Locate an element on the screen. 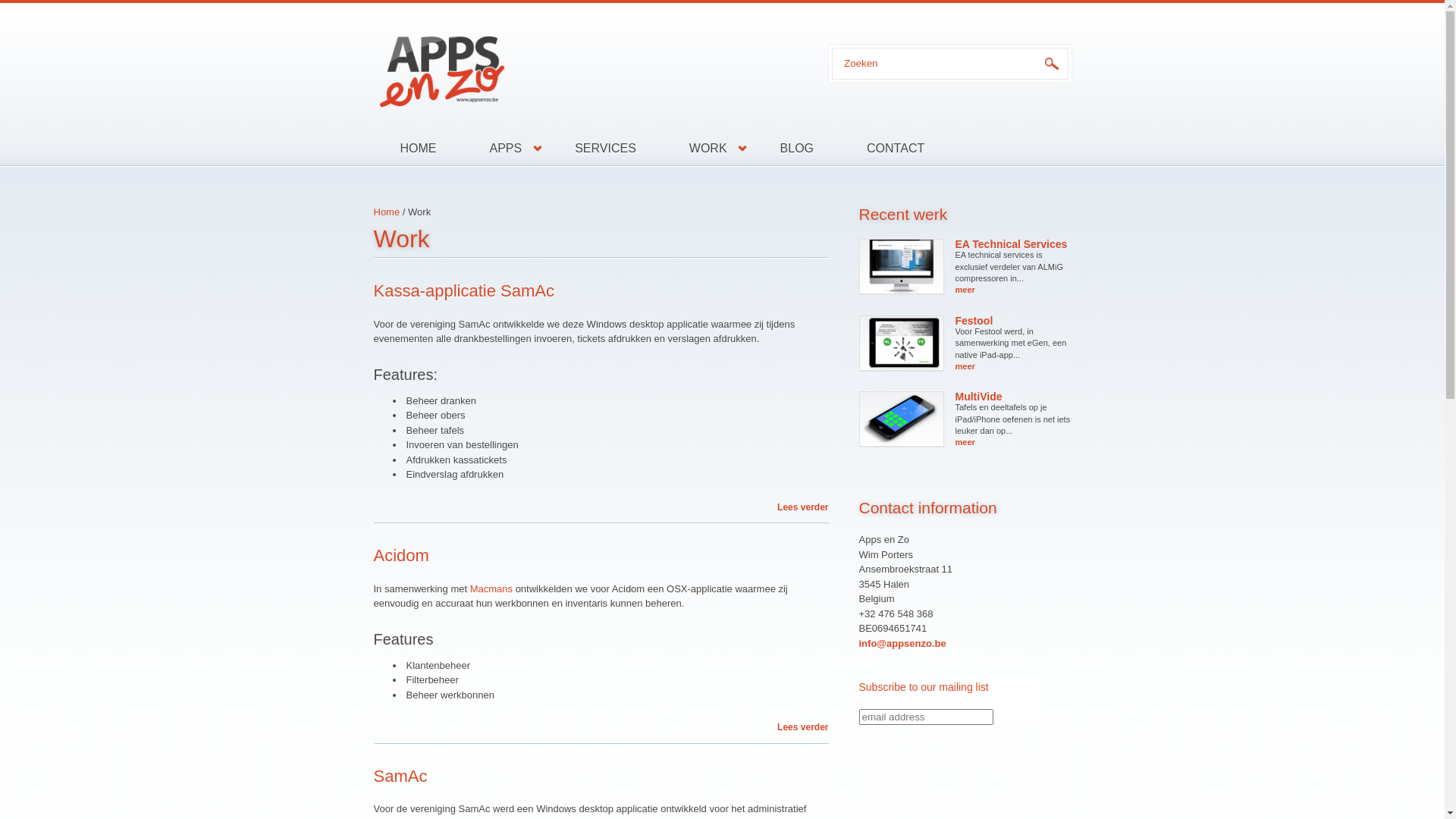  'WORK' is located at coordinates (708, 149).